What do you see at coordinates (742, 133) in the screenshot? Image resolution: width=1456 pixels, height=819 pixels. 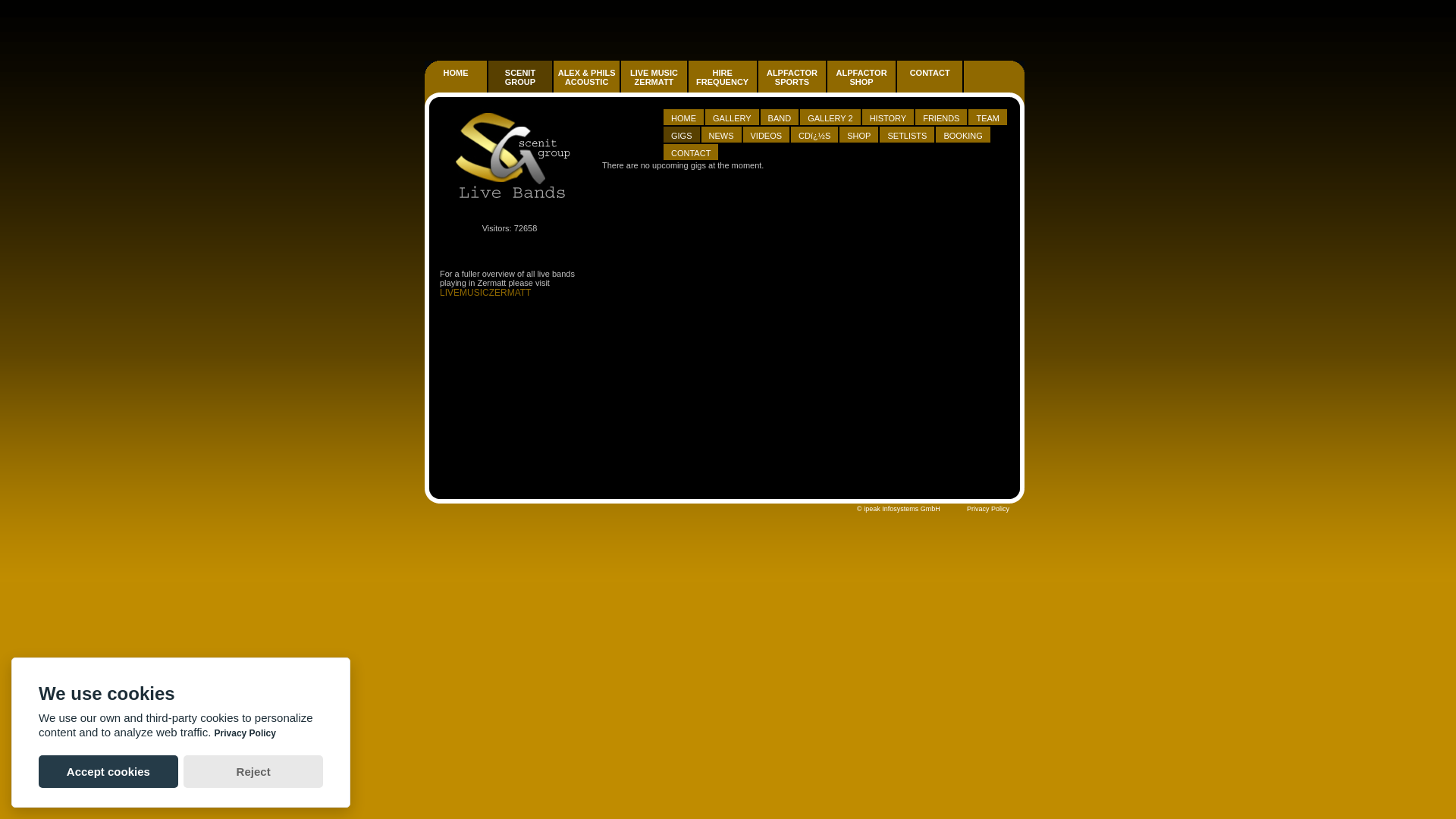 I see `'VIDEOS'` at bounding box center [742, 133].